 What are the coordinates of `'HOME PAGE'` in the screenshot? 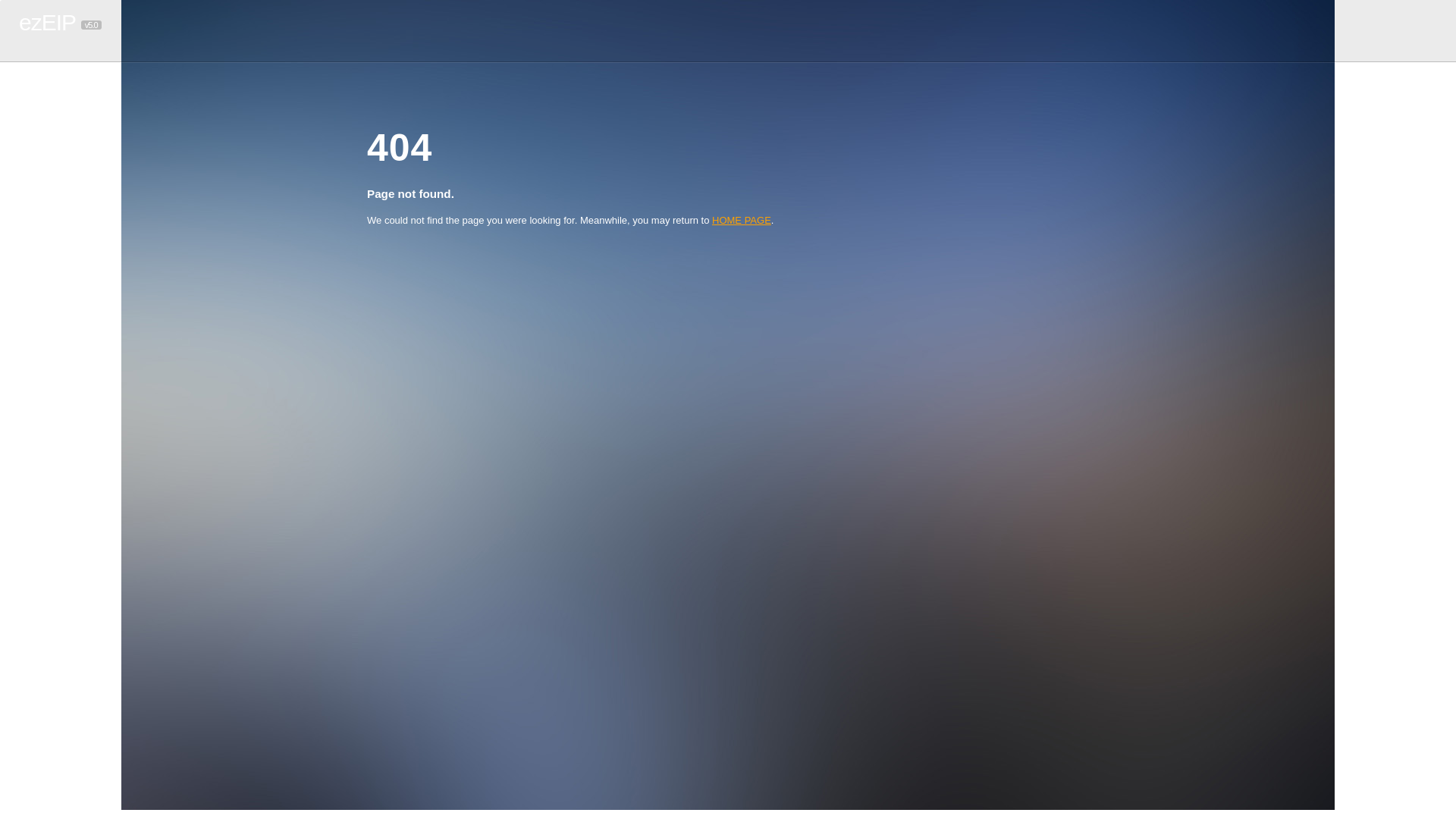 It's located at (742, 220).